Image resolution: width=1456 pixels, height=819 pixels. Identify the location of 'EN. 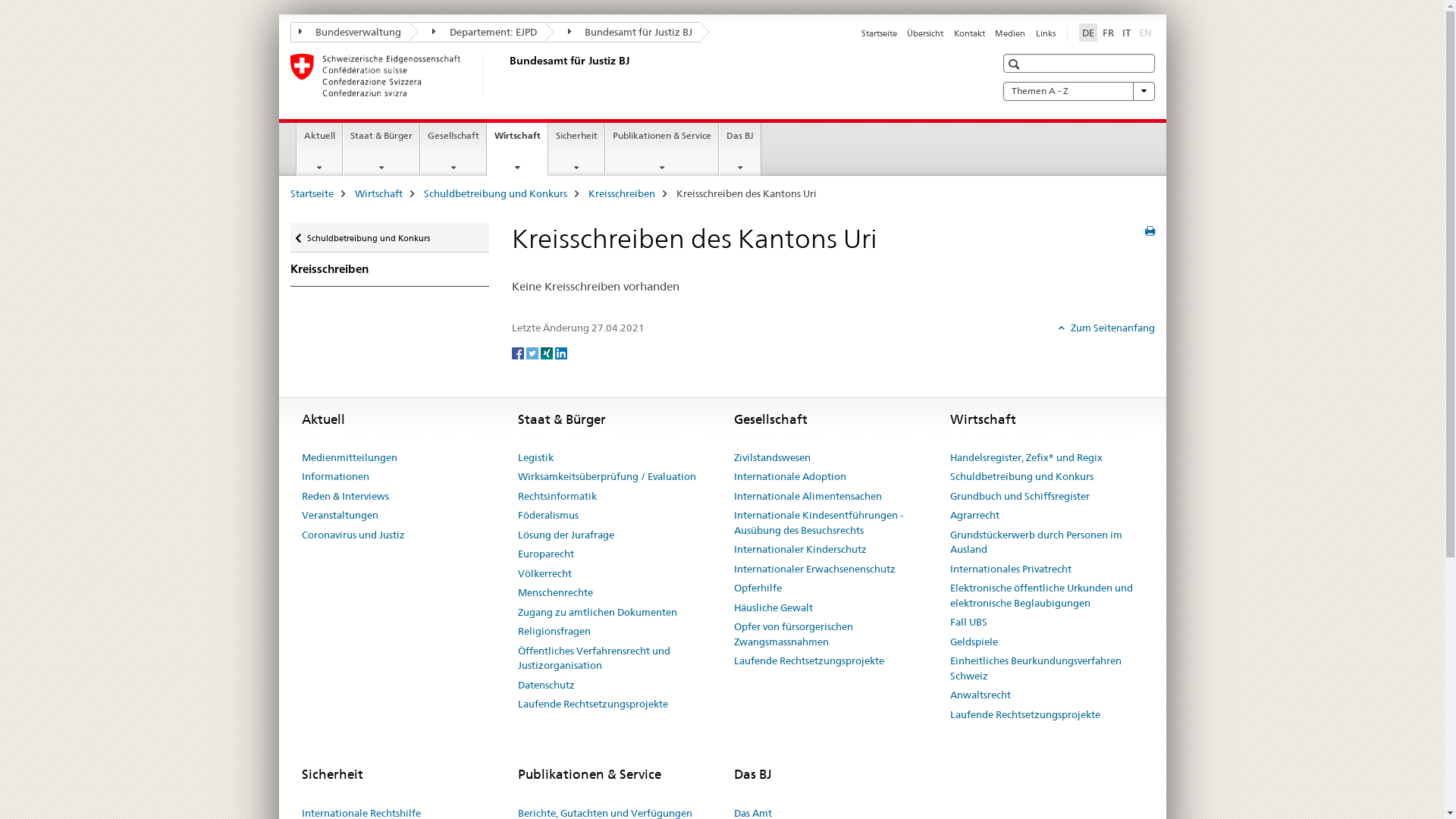
(1145, 32).